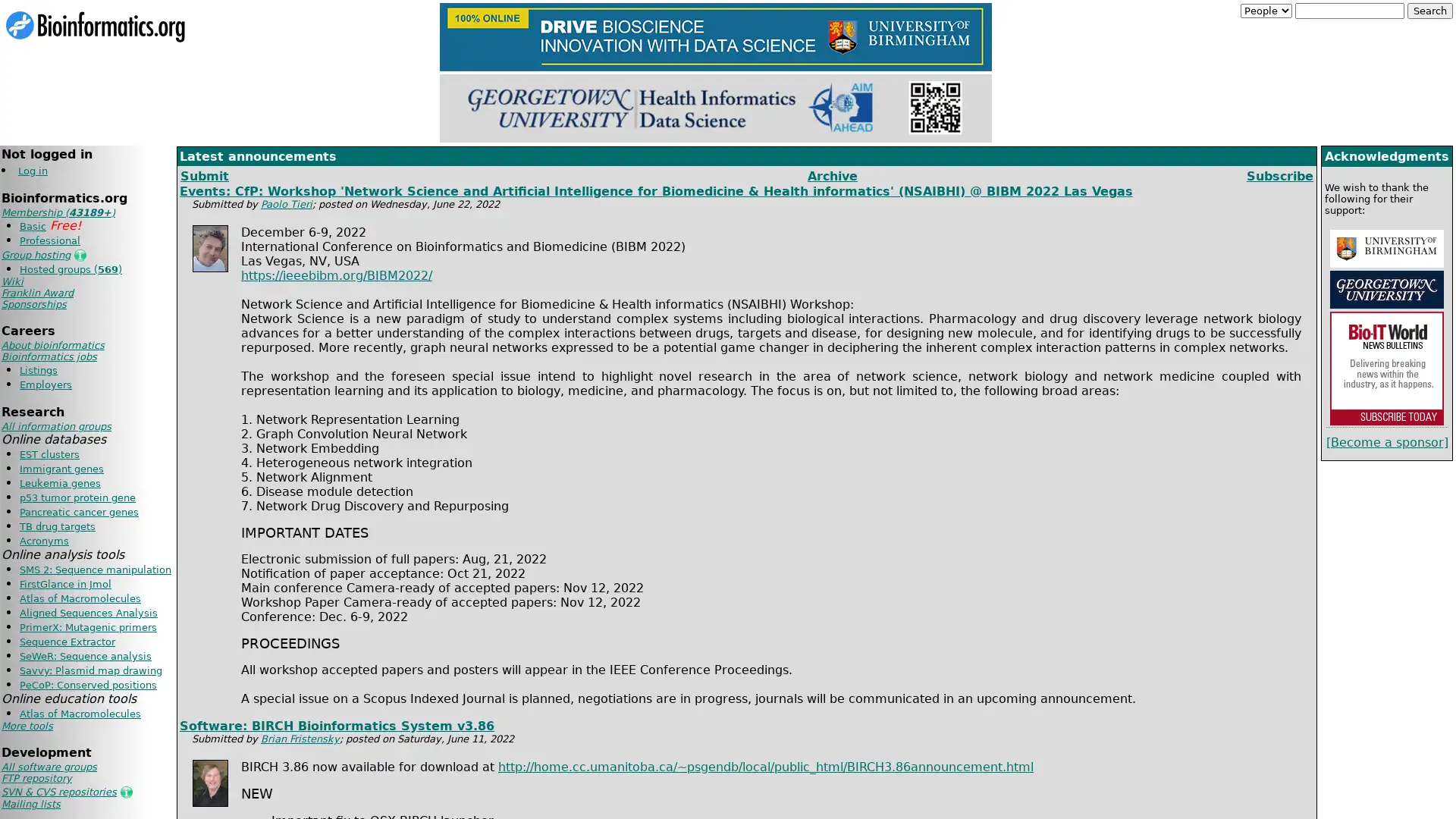 The height and width of the screenshot is (819, 1456). I want to click on Search, so click(1429, 11).